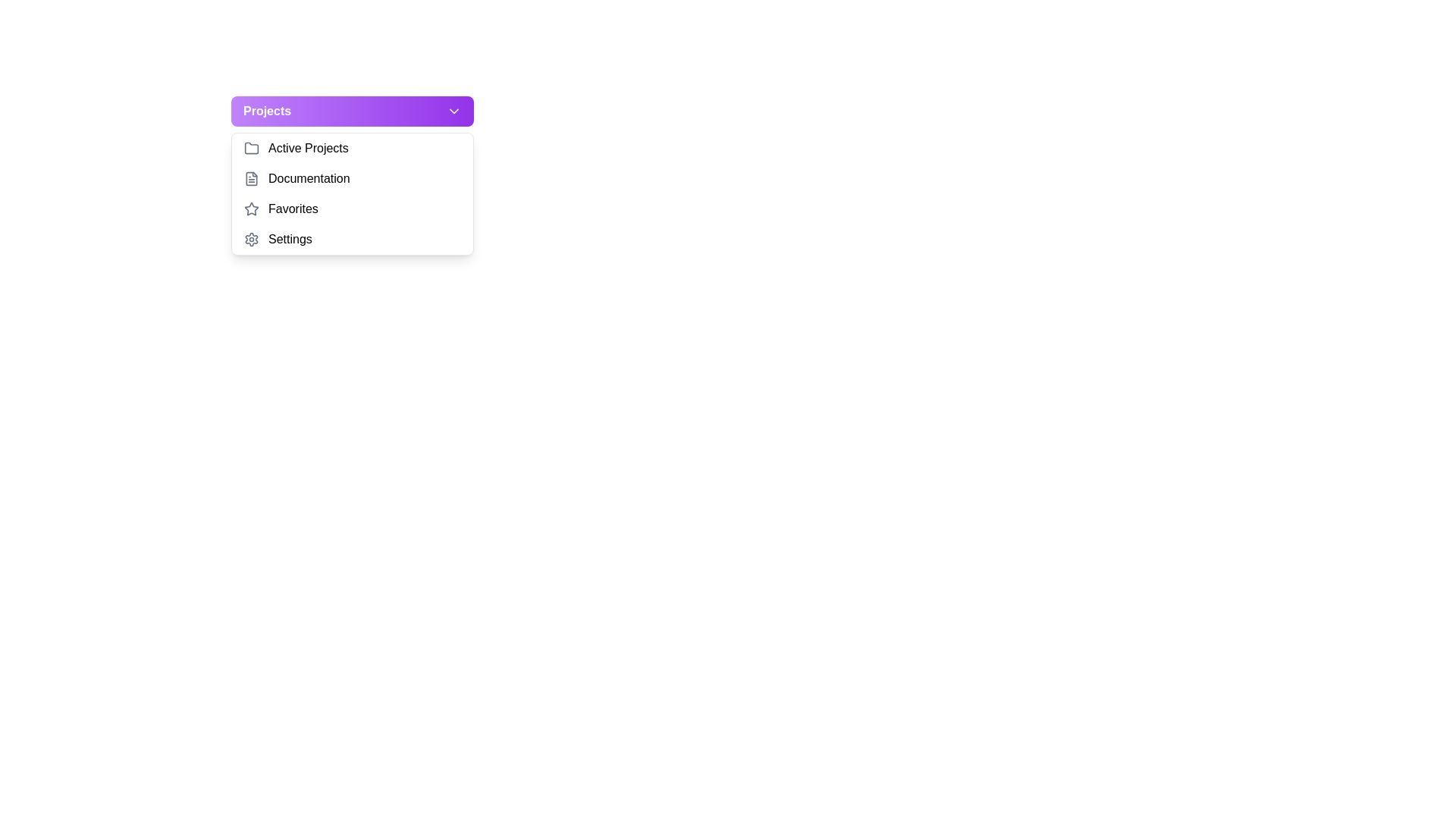  I want to click on the 'Documentation' icon located in the dropdown menu under 'Projects', which is the second item in the list, to provide a visual indication for users, so click(251, 177).